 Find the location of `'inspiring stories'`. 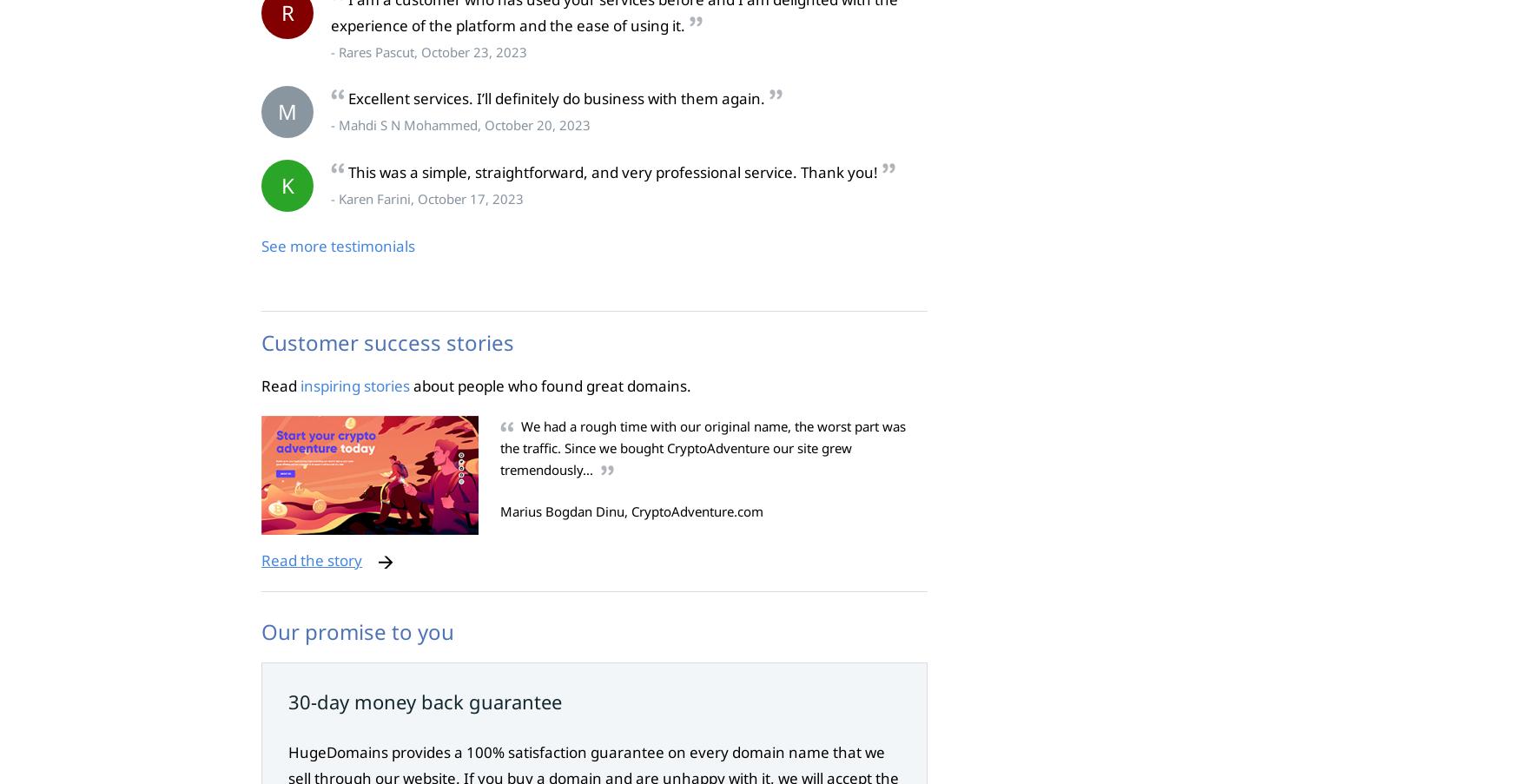

'inspiring stories' is located at coordinates (354, 384).